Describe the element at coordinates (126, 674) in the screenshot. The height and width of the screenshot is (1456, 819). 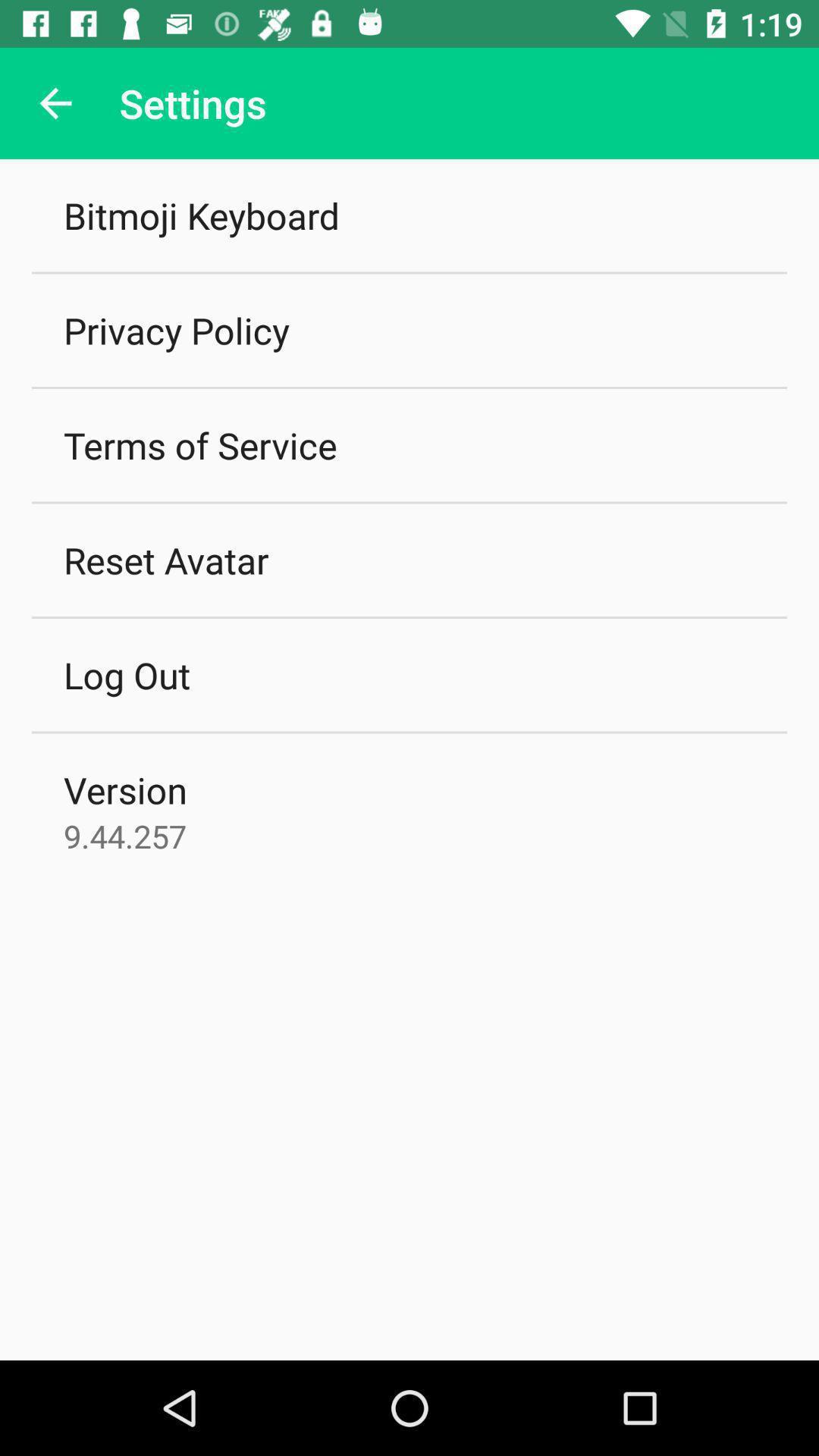
I see `log out item` at that location.